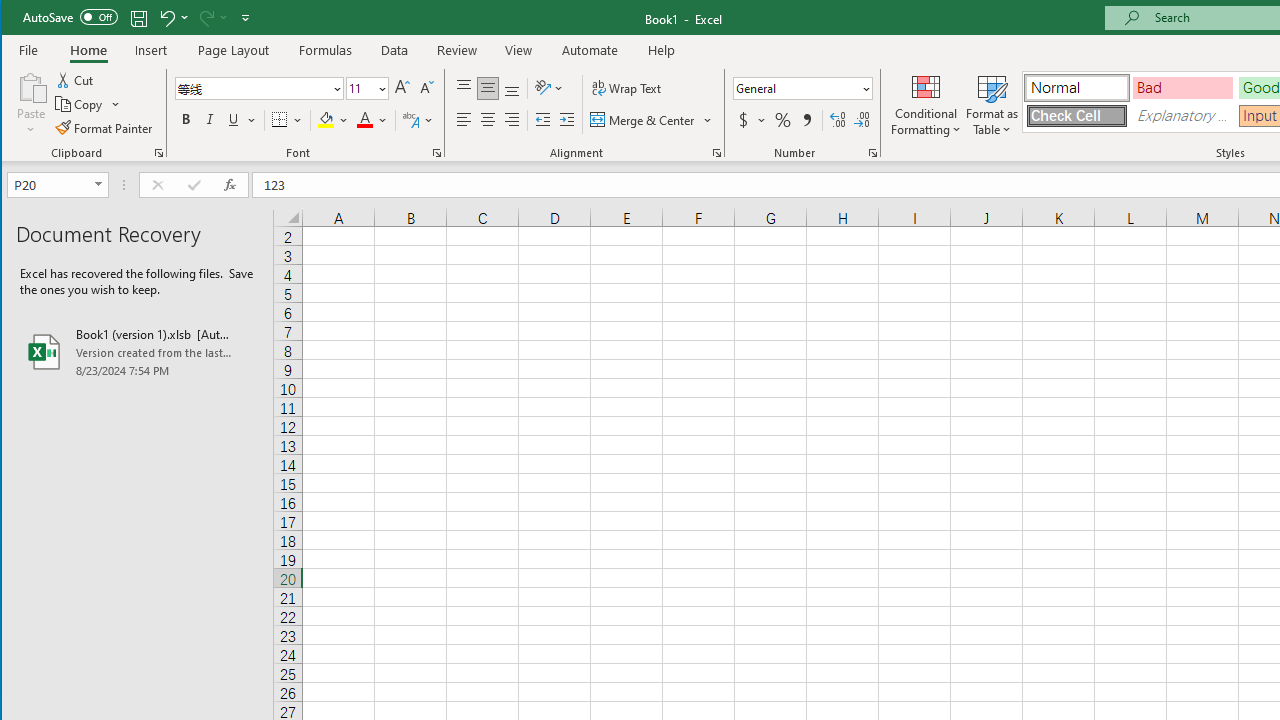  Describe the element at coordinates (862, 120) in the screenshot. I see `'Decrease Decimal'` at that location.